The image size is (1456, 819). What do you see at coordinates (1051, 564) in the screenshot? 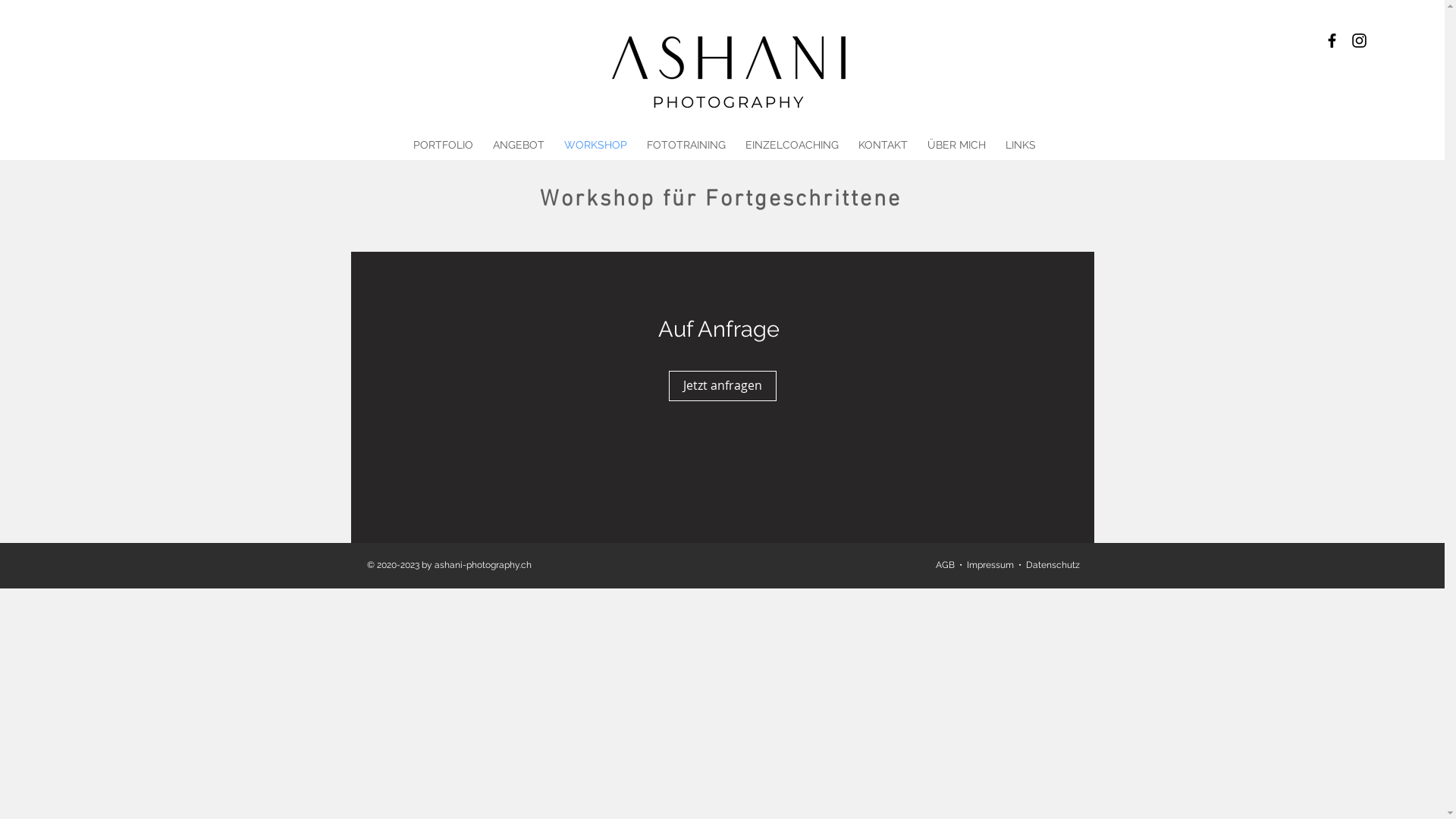
I see `'Datenschutz'` at bounding box center [1051, 564].